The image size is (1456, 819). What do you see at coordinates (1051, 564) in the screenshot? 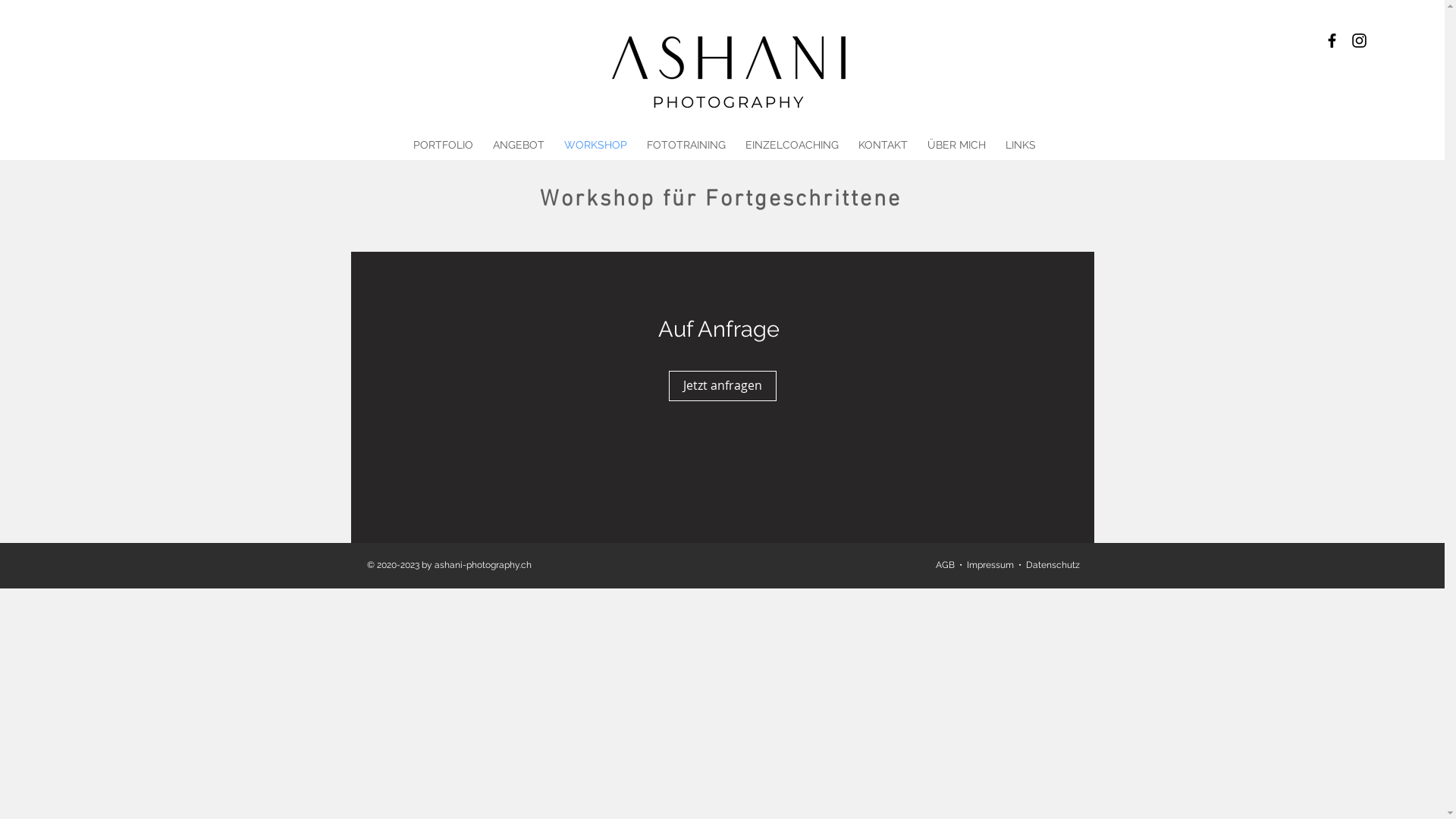
I see `'Datenschutz'` at bounding box center [1051, 564].